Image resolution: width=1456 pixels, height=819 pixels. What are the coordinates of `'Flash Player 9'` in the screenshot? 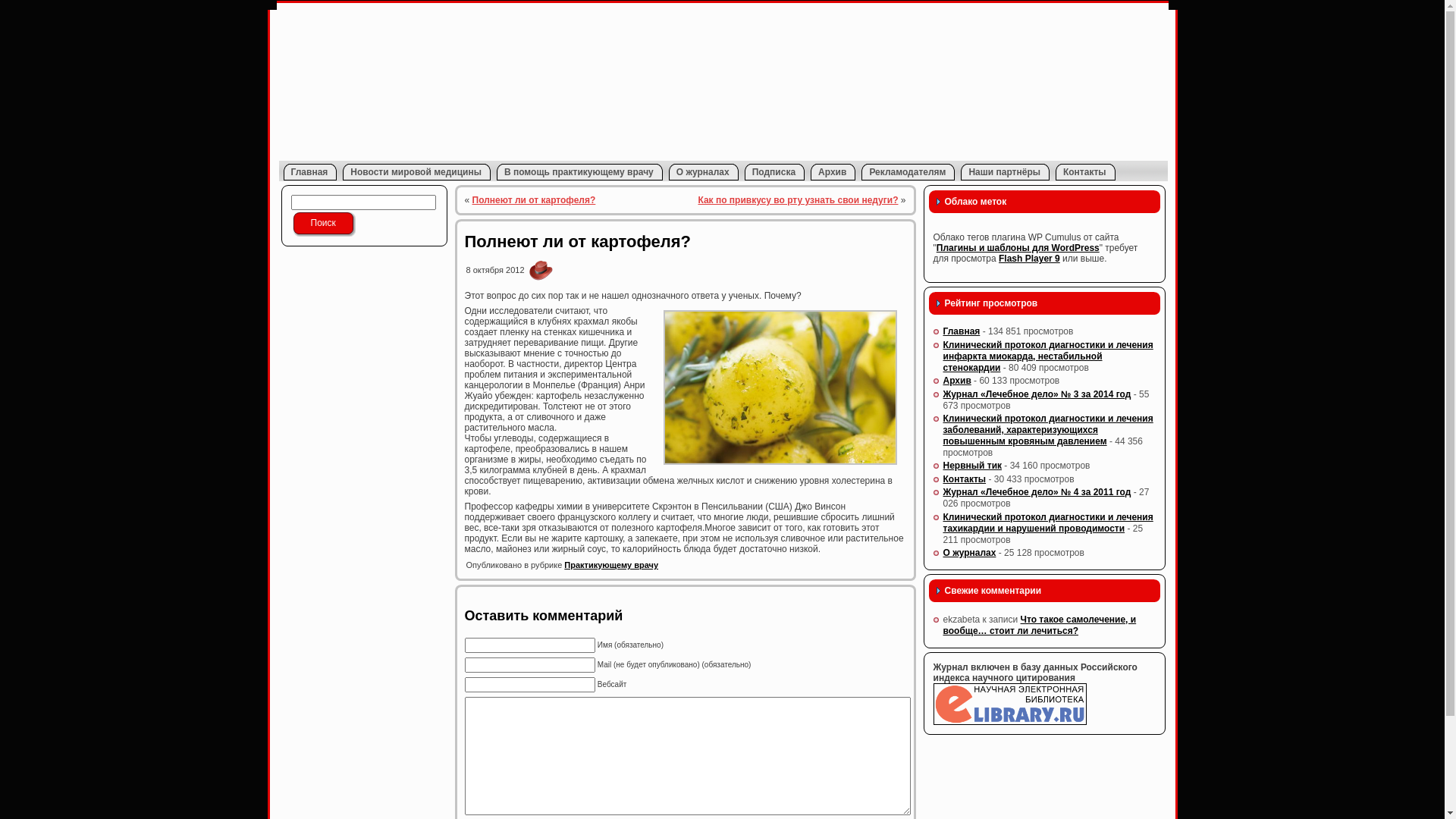 It's located at (1029, 257).